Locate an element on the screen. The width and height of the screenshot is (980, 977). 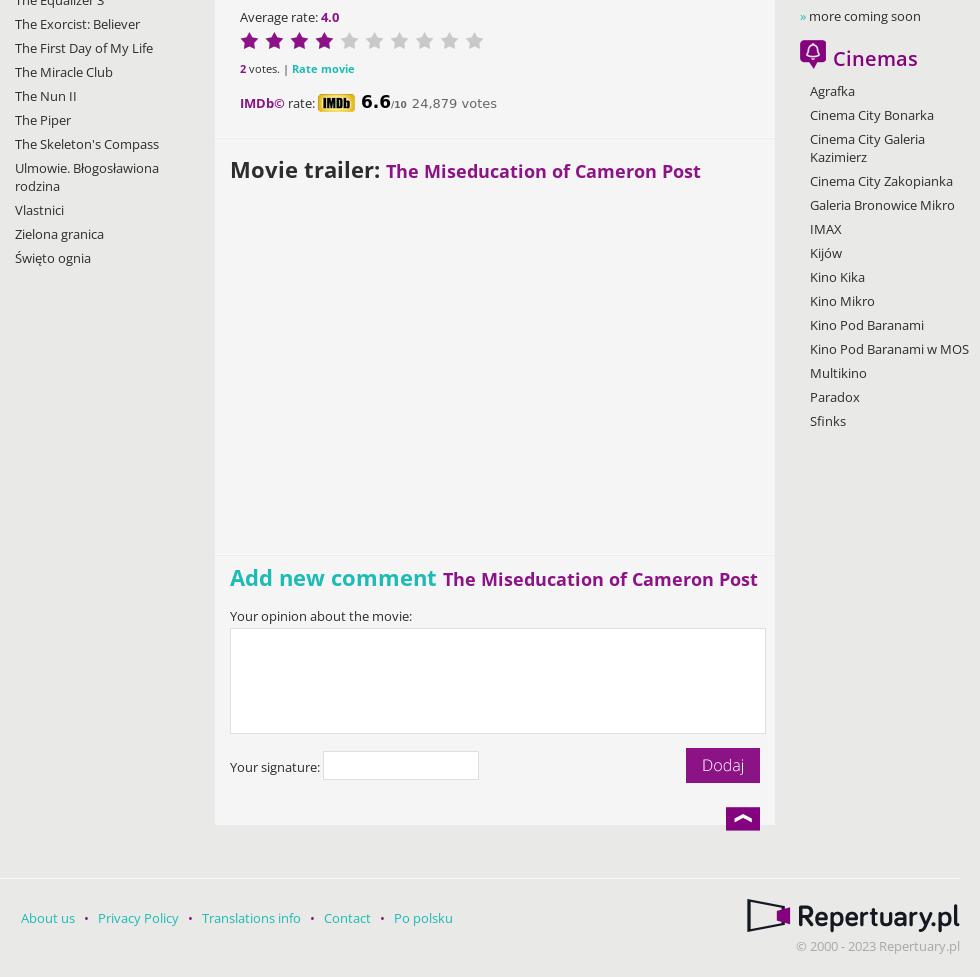
'The Exorcist: Believer' is located at coordinates (14, 24).